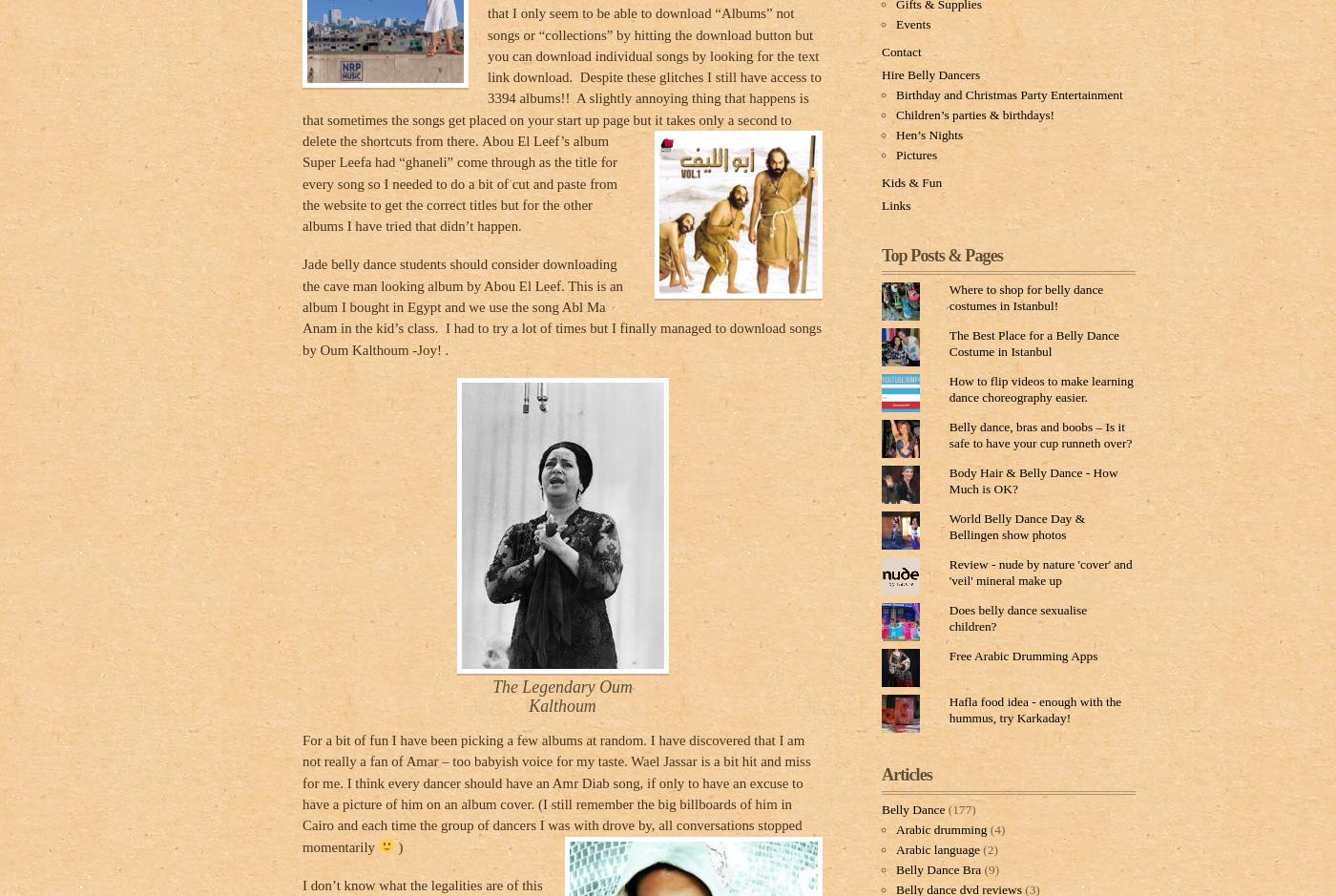  Describe the element at coordinates (1136, 31) in the screenshot. I see `'Comment'` at that location.